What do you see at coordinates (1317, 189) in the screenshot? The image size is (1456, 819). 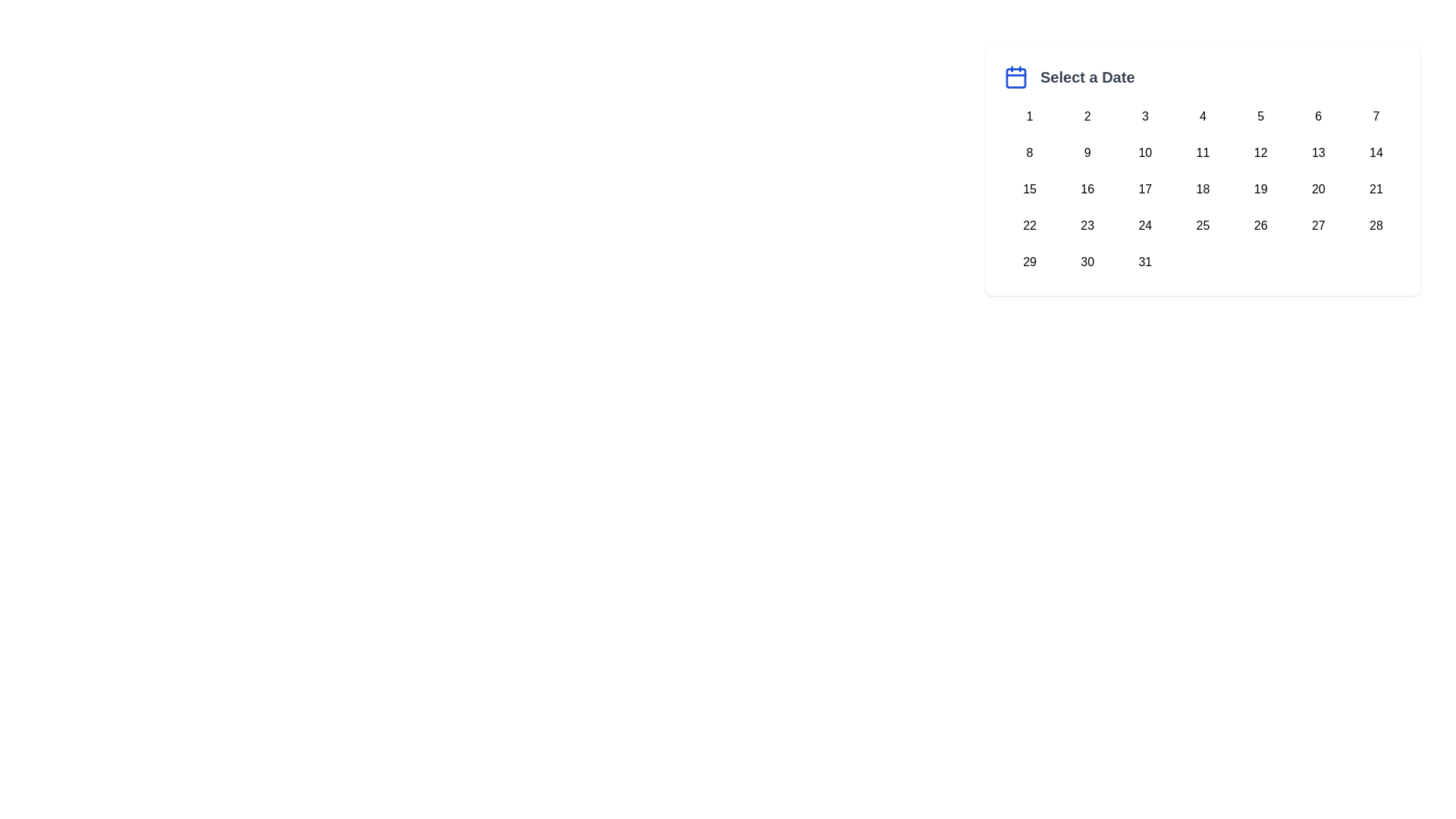 I see `the button displaying the number '20'` at bounding box center [1317, 189].